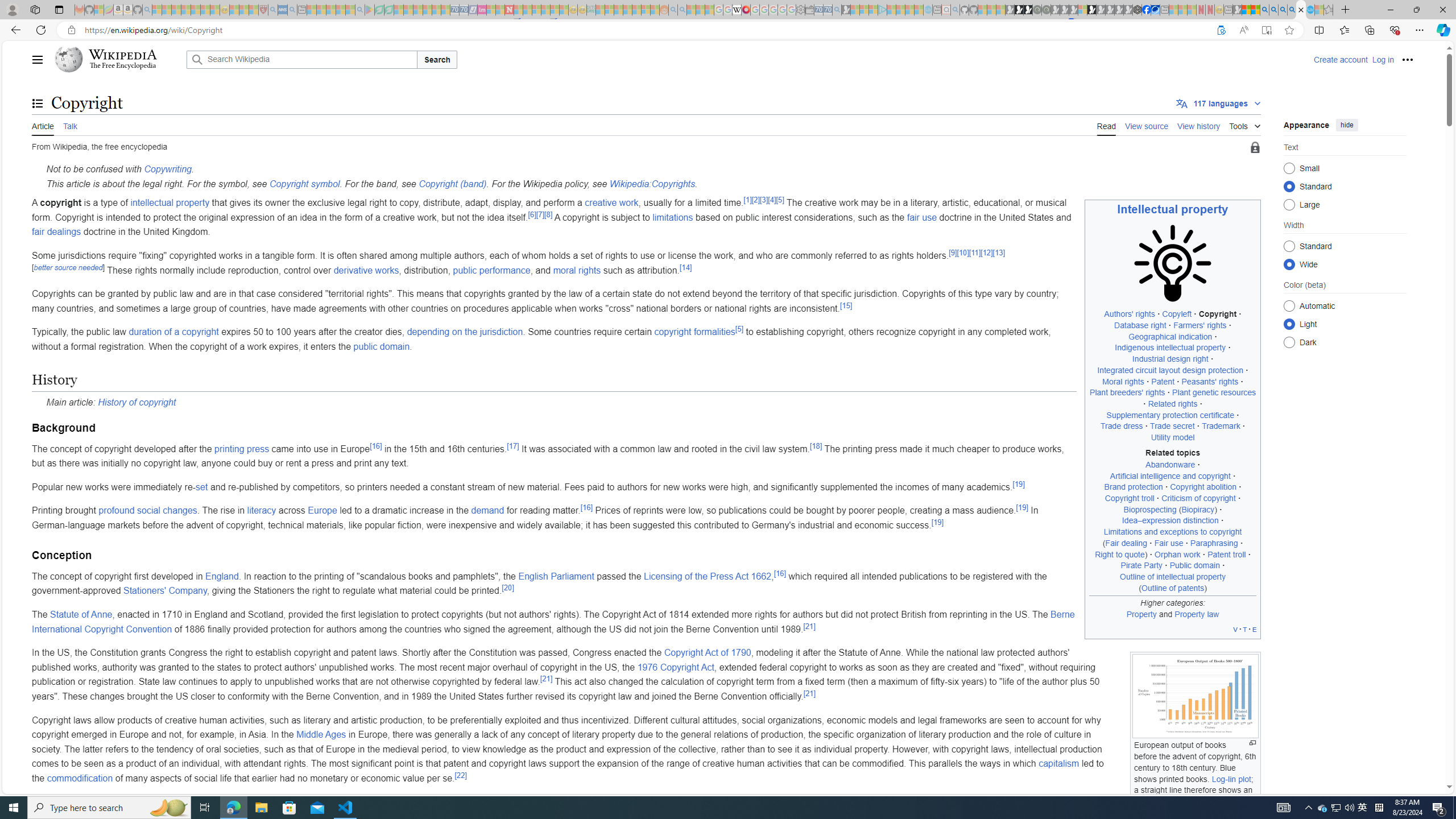 The height and width of the screenshot is (819, 1456). Describe the element at coordinates (176, 9) in the screenshot. I see `'The Weather Channel - MSN - Sleeping'` at that location.